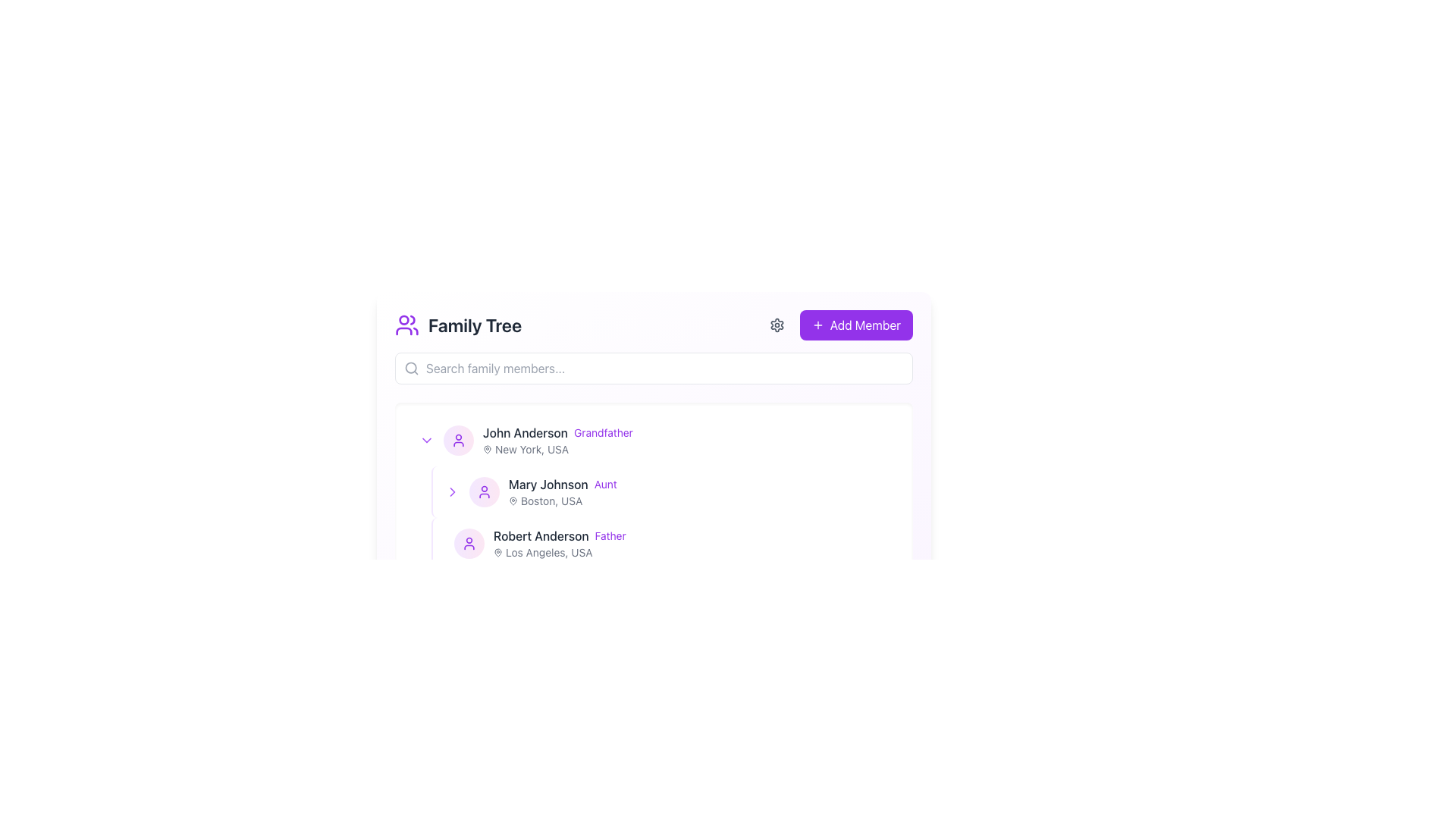 Image resolution: width=1456 pixels, height=819 pixels. What do you see at coordinates (777, 324) in the screenshot?
I see `the settings icon located at the top-right corner of the interface, adjacent to the purple 'Add Member' button` at bounding box center [777, 324].